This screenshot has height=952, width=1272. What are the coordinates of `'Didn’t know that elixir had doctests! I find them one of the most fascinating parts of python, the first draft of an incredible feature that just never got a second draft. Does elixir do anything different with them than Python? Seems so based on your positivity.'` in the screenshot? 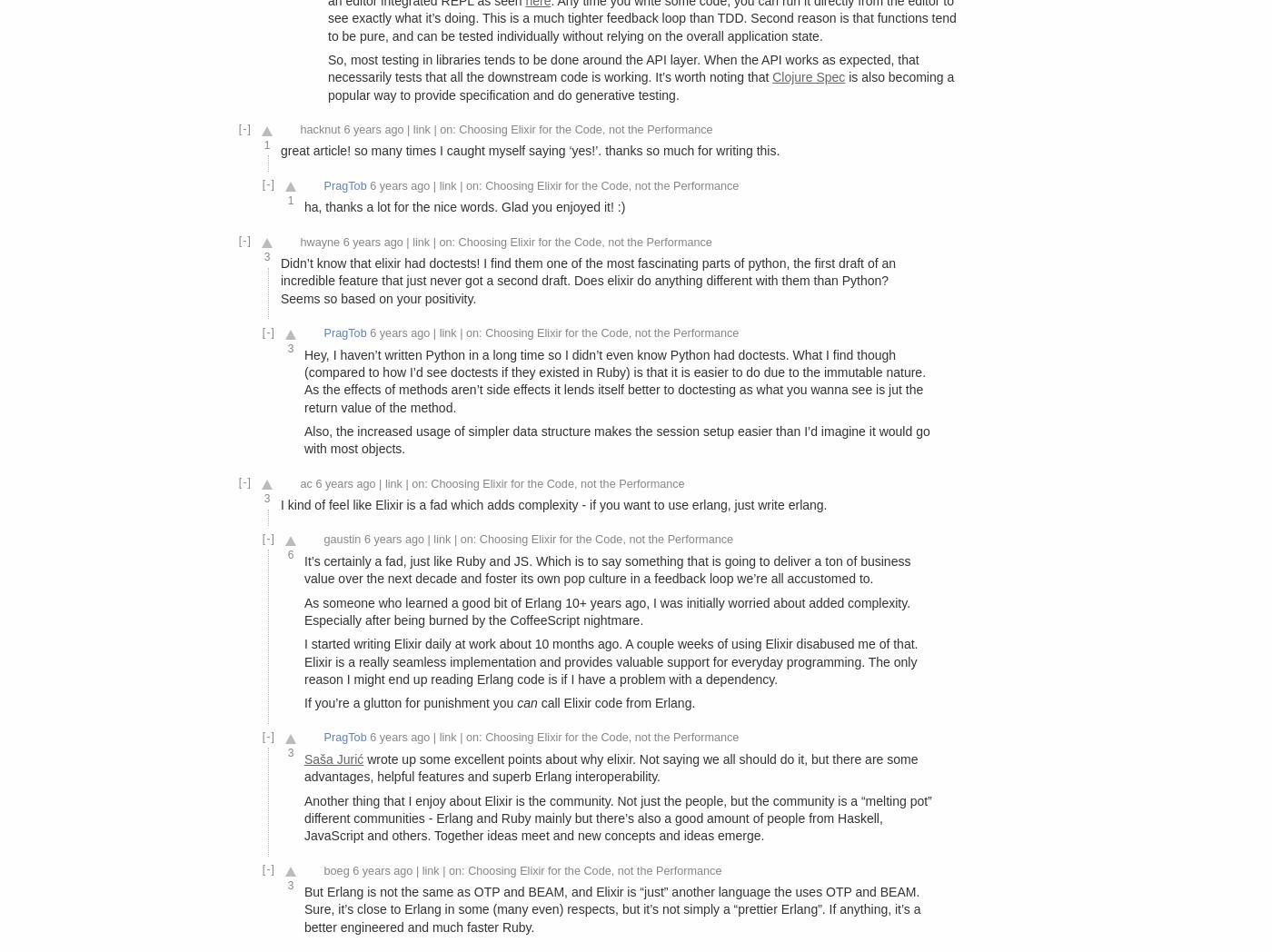 It's located at (588, 280).